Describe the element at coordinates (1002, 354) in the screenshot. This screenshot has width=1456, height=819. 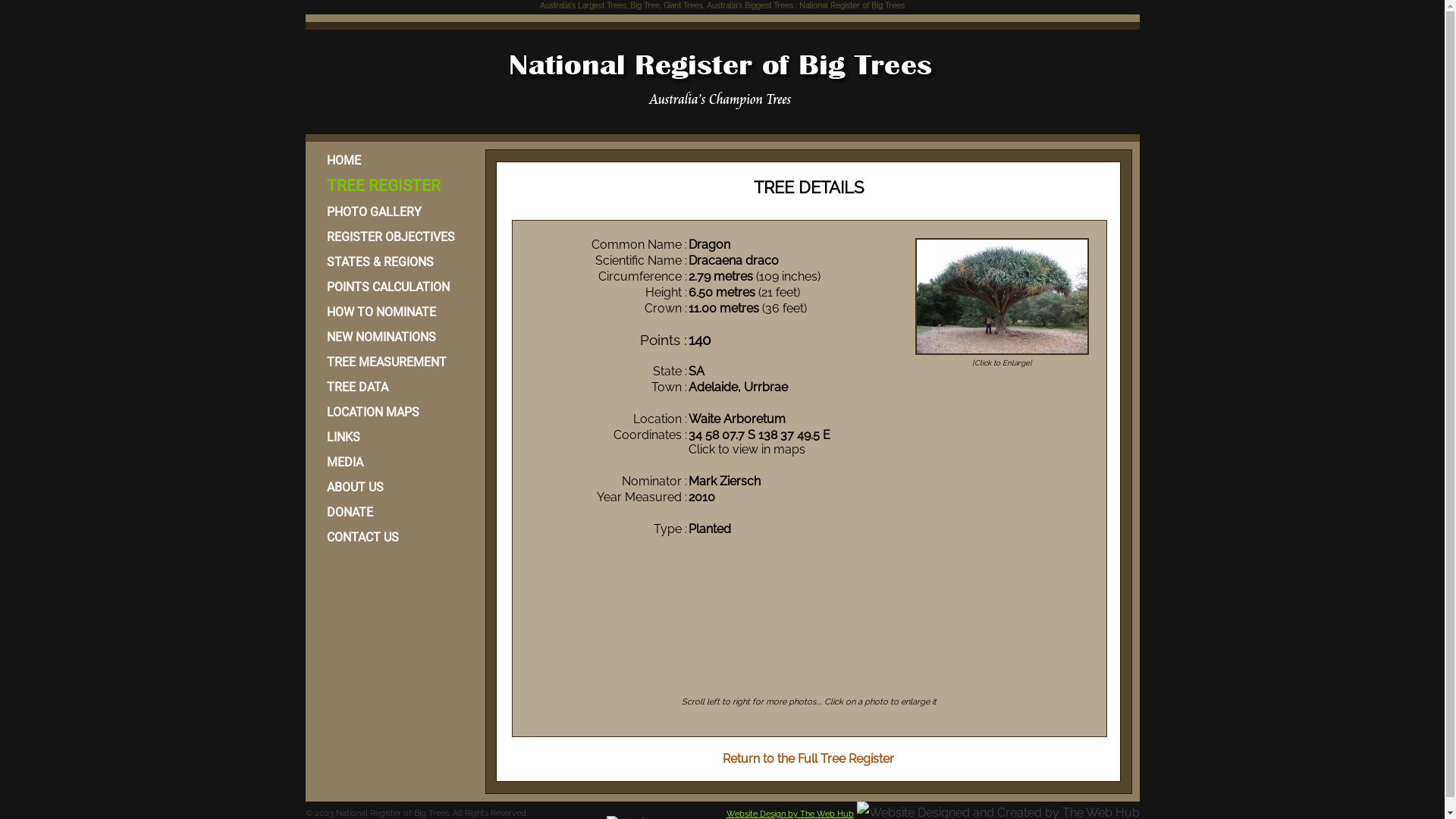
I see `'Dragon : Dracaena draco'` at that location.